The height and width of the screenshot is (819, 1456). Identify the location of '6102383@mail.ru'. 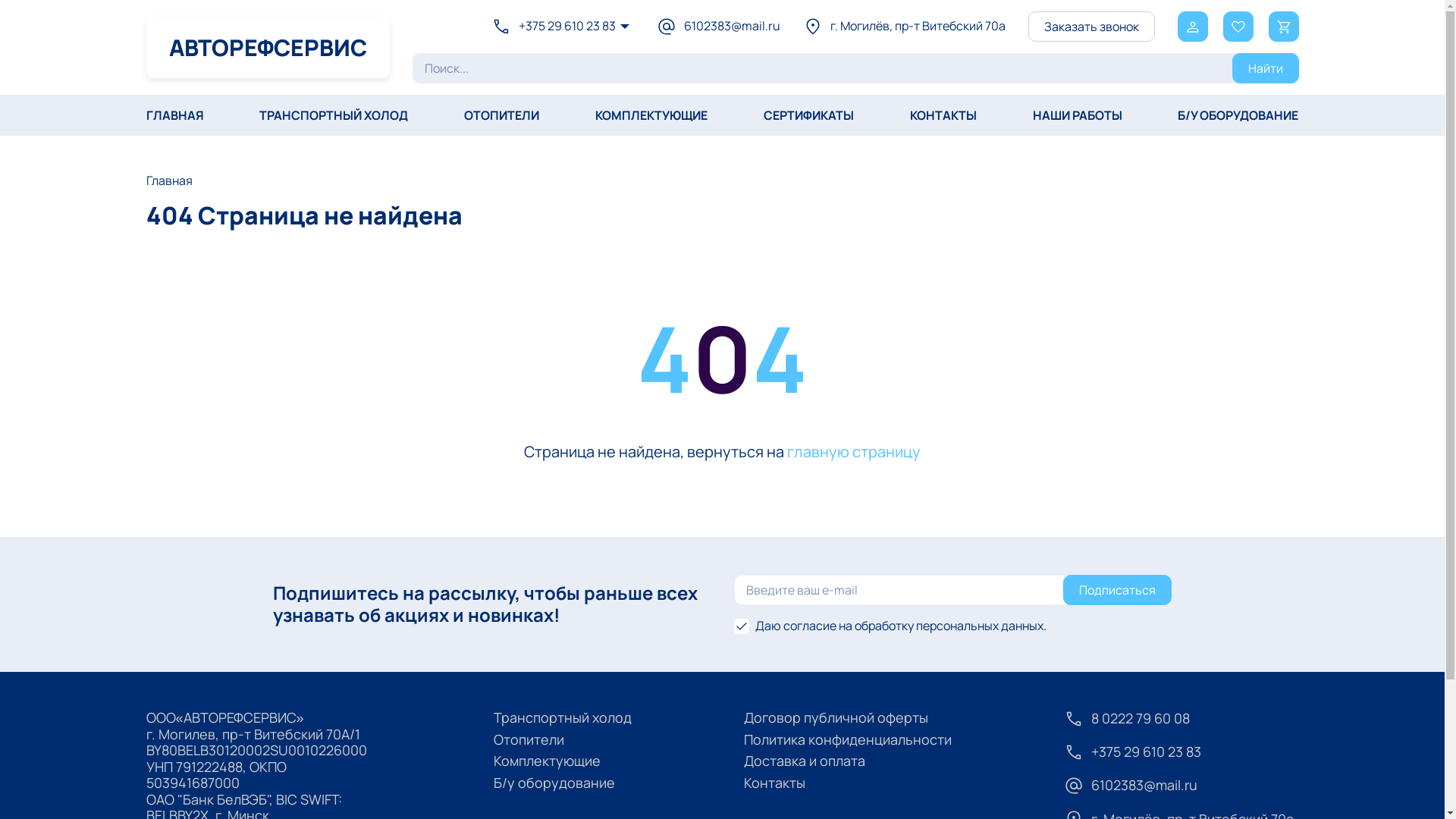
(656, 26).